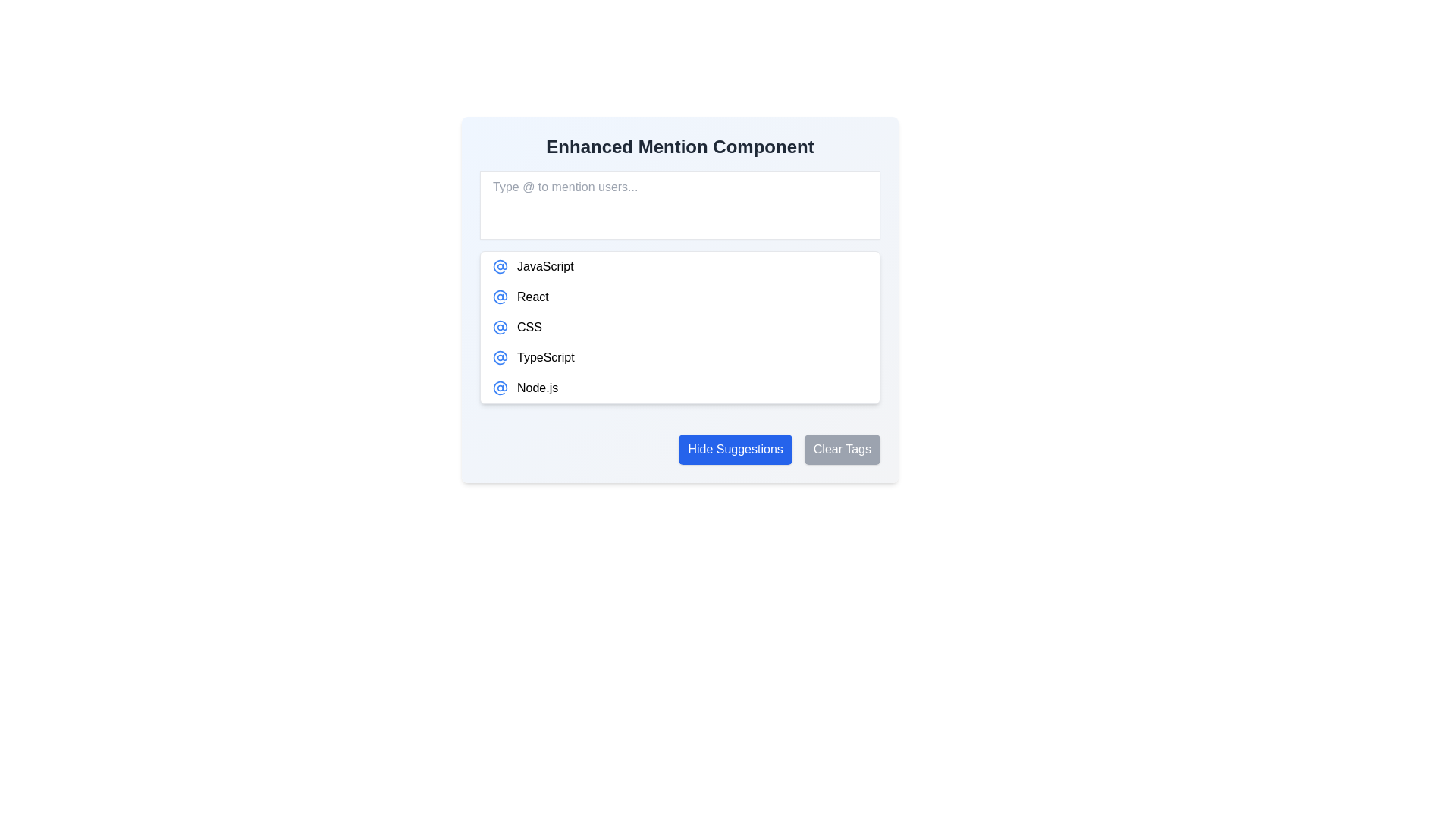 This screenshot has width=1456, height=819. I want to click on the graphical representation of the '@' sign, which is the second component within the SVG element in the suggestion list of the 'Enhanced Mention Component' text input, located next to the label 'React', so click(500, 265).